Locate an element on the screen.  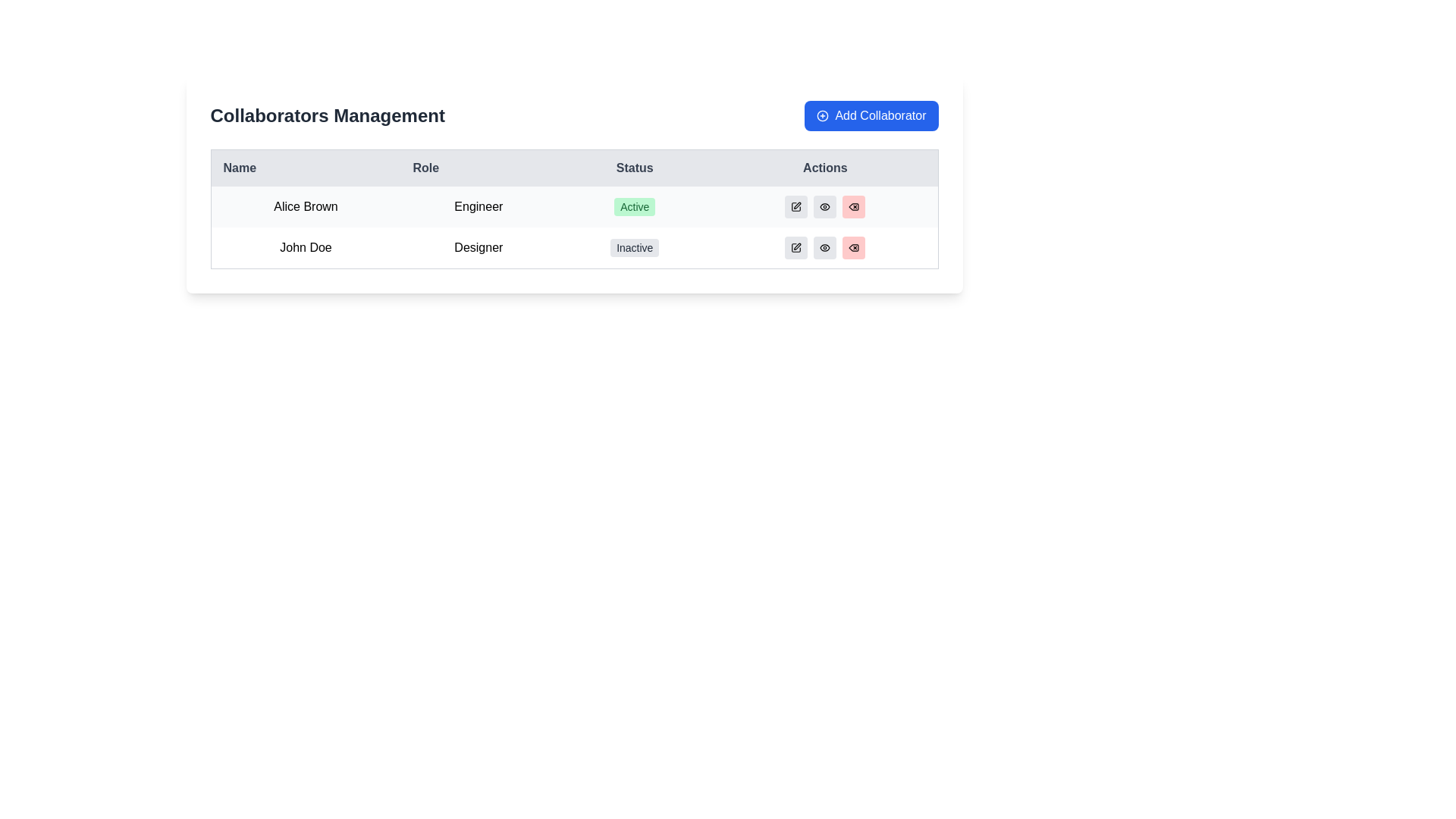
the pen icon button located in the 'Actions' column of the first row to initiate an edit action is located at coordinates (795, 207).